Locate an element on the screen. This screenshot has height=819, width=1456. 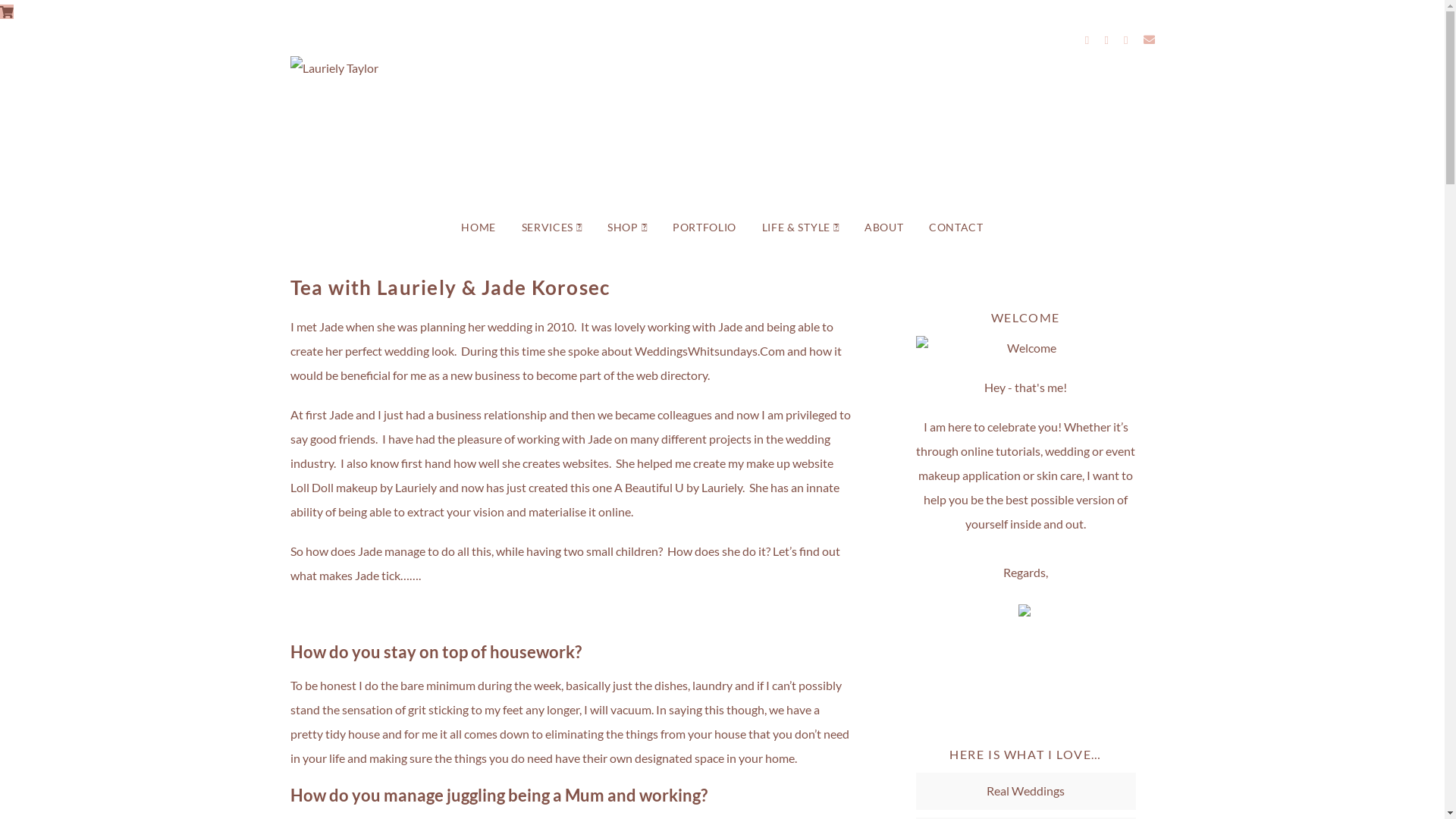
'ABOUT' is located at coordinates (883, 227).